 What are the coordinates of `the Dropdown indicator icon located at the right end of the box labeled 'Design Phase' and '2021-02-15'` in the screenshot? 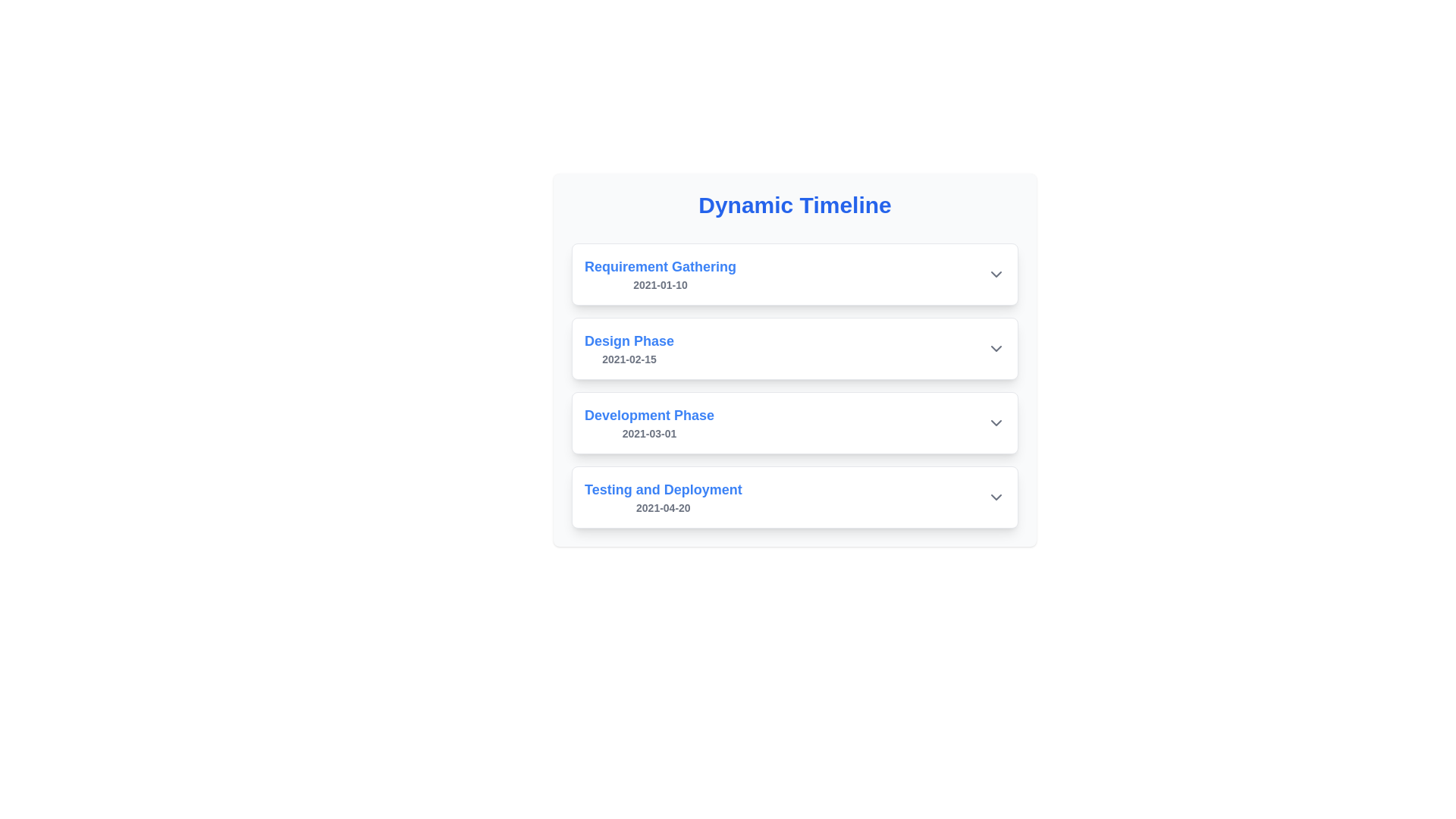 It's located at (996, 348).